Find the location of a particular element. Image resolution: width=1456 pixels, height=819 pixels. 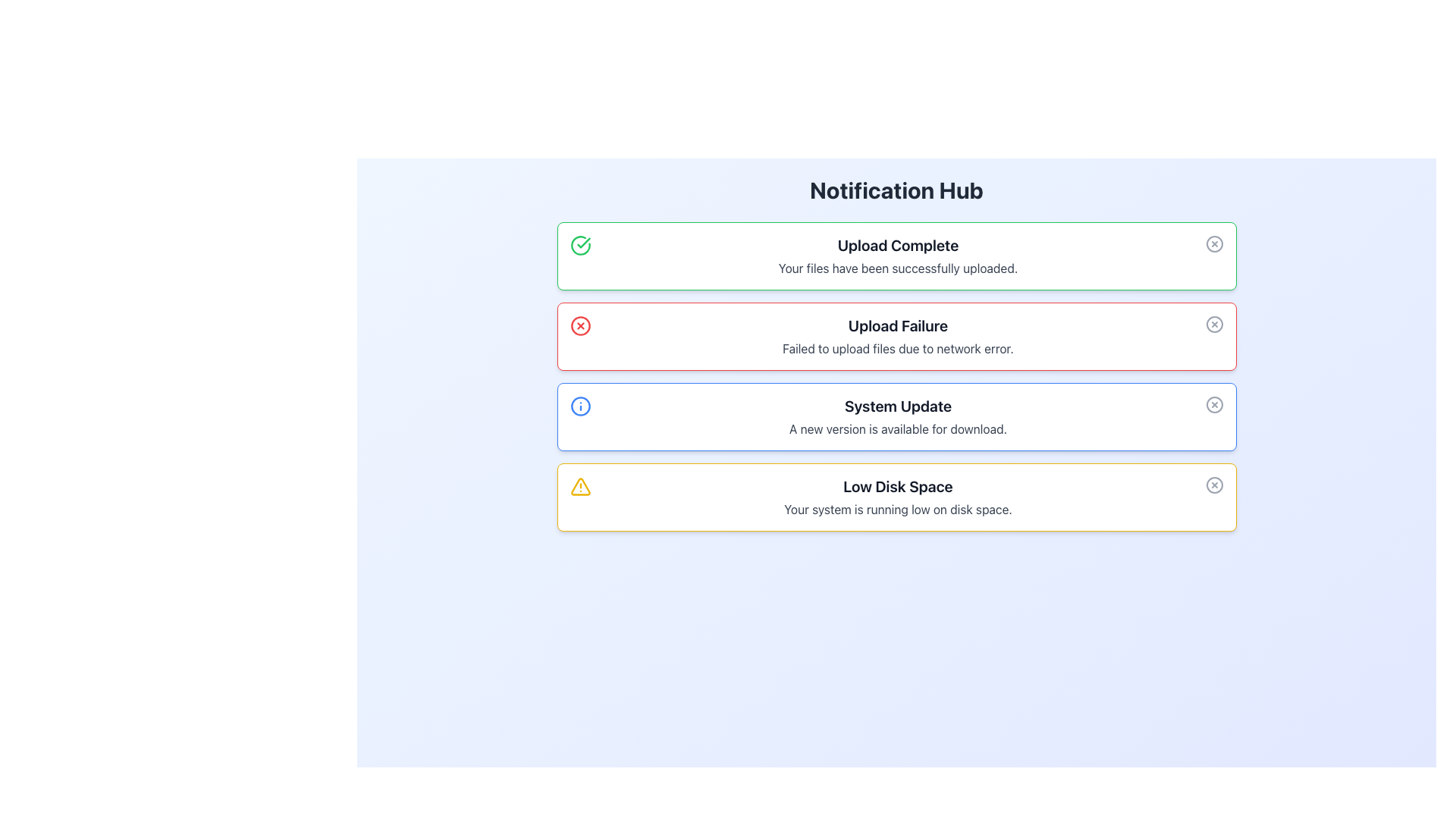

the small circular graphic element with a defined border located on the right side of the 'System Update' notification card in the Notification Hub is located at coordinates (1214, 403).